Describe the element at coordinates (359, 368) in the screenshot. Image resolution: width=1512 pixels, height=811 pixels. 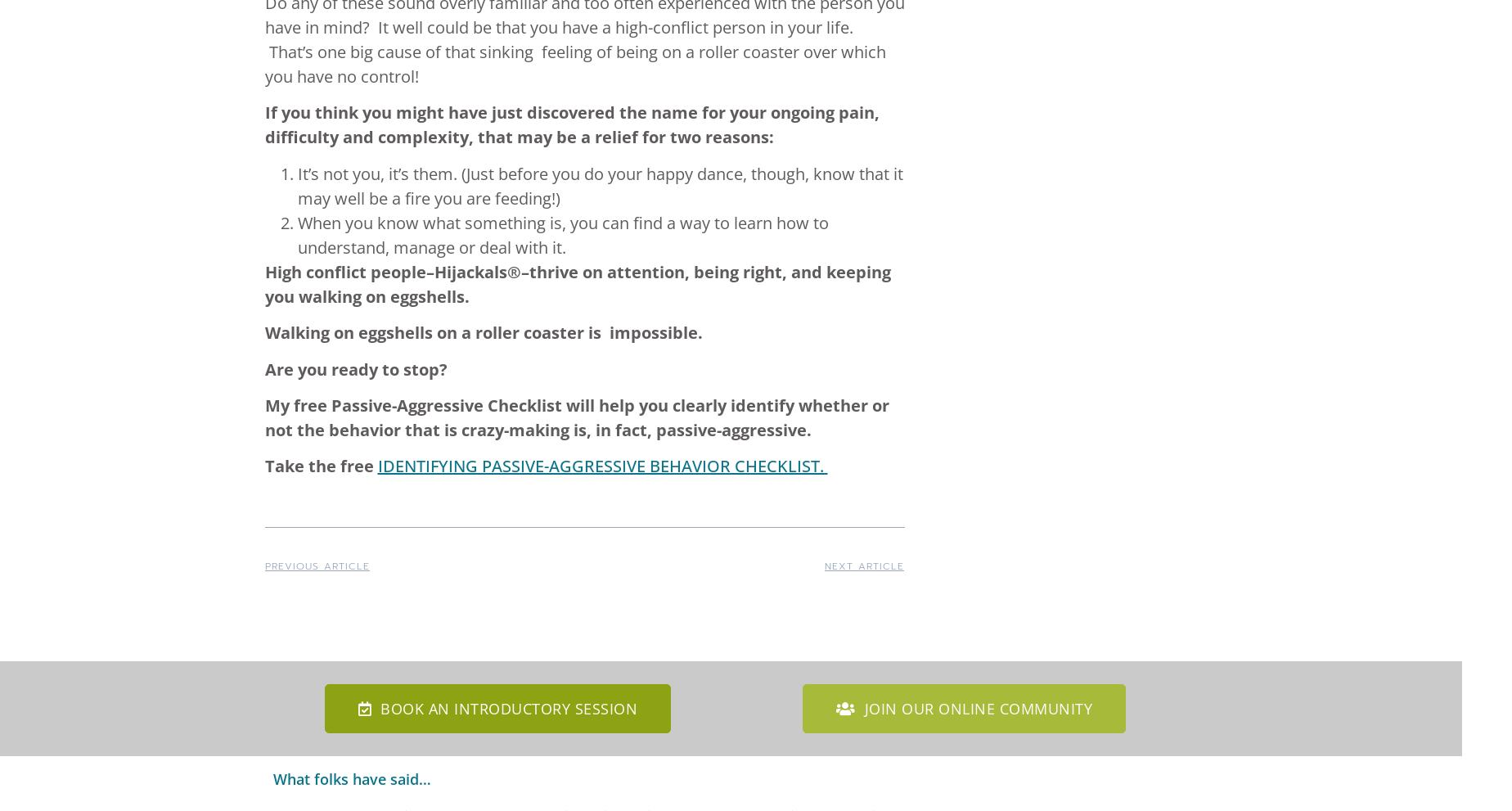
I see `'Are you ready to stop?'` at that location.